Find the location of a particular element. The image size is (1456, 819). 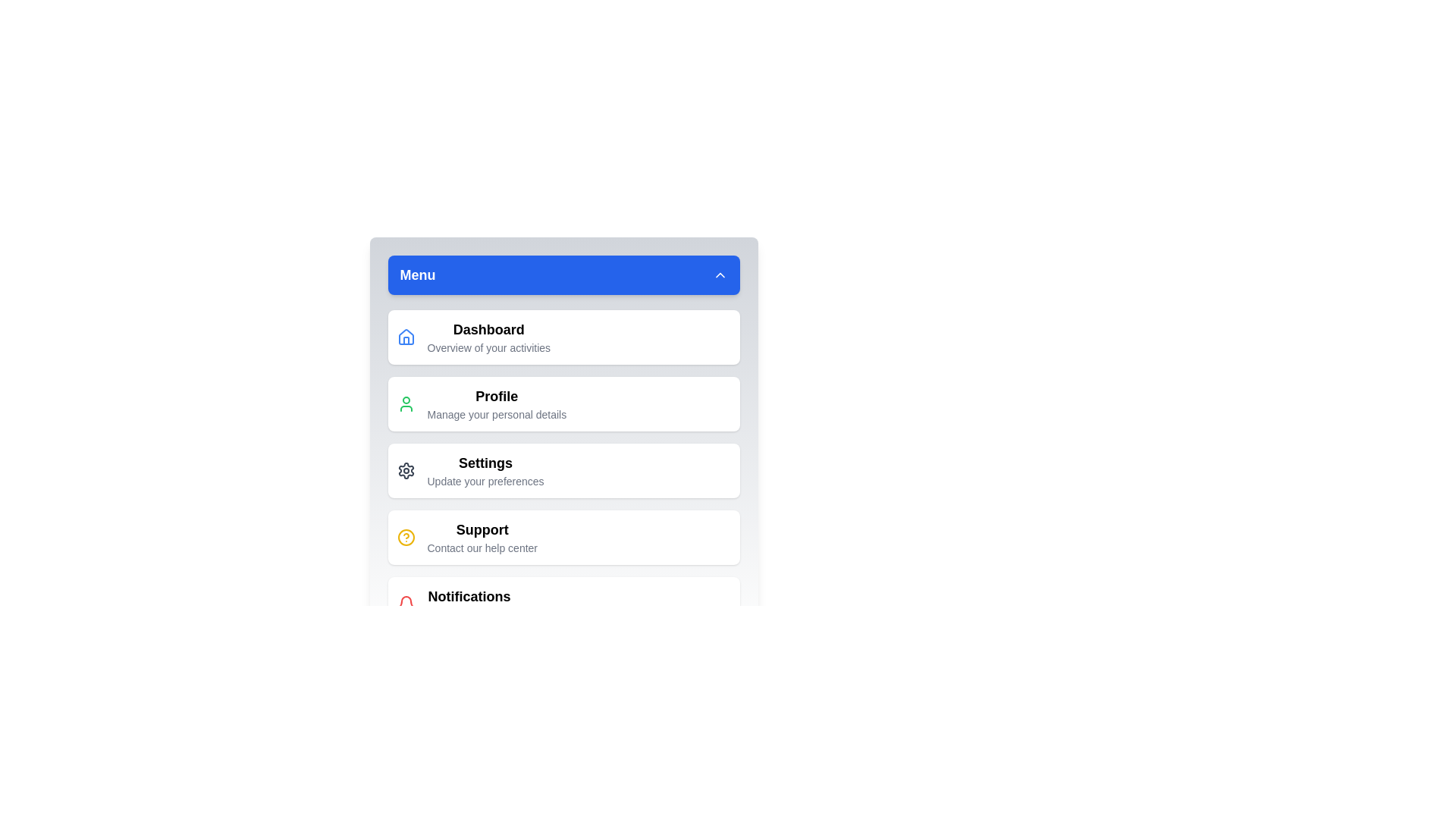

the notifications button, which is the fifth item in the vertical list of menu options, located between the 'Support' option and the following elements is located at coordinates (563, 604).